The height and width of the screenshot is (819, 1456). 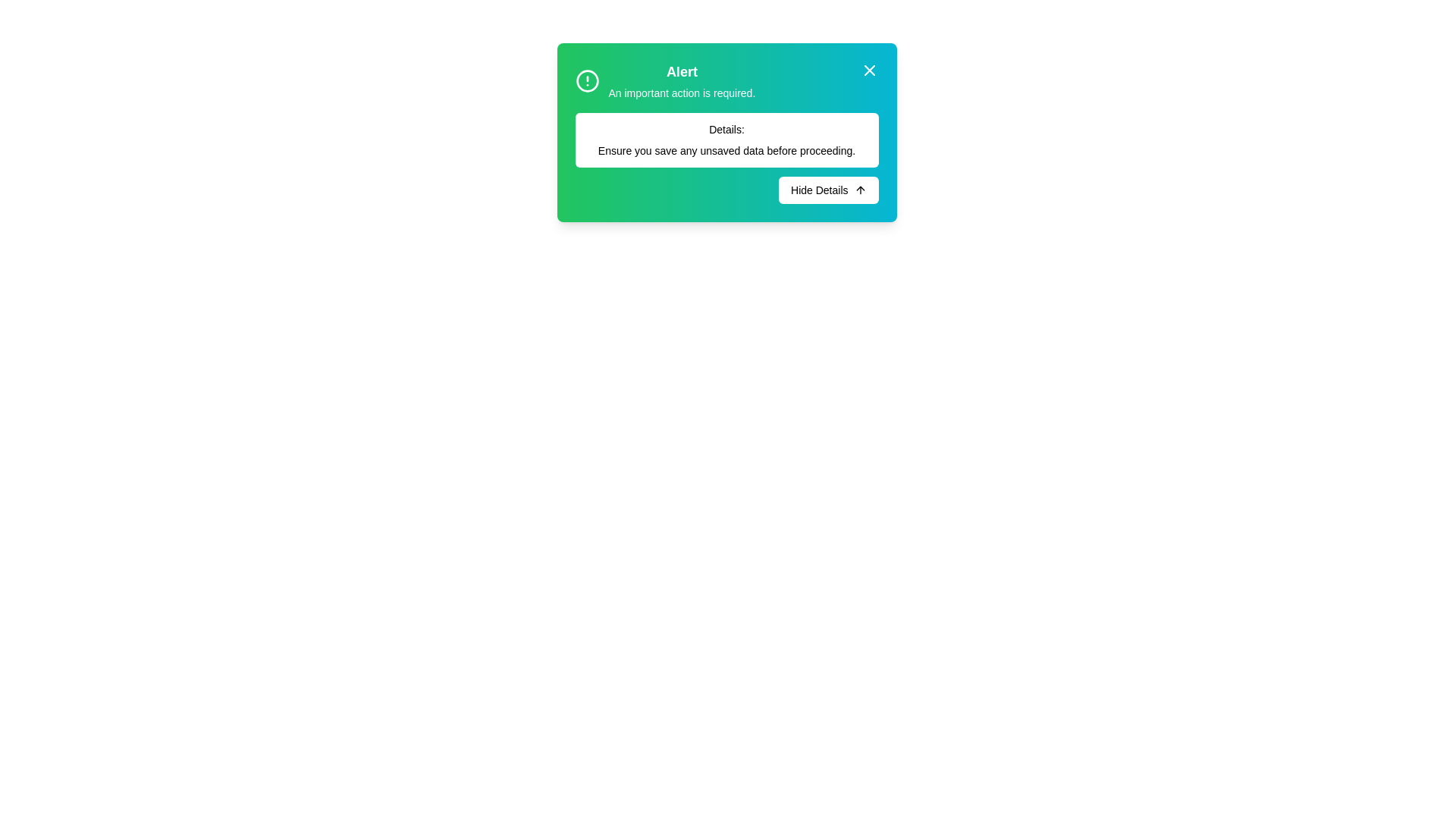 What do you see at coordinates (586, 81) in the screenshot?
I see `the circular icon with an exclamation mark inside, which is styled with a line drawing and has a green background, located at the far left of the notification box containing the text 'Alert' and 'An important action is required.'` at bounding box center [586, 81].